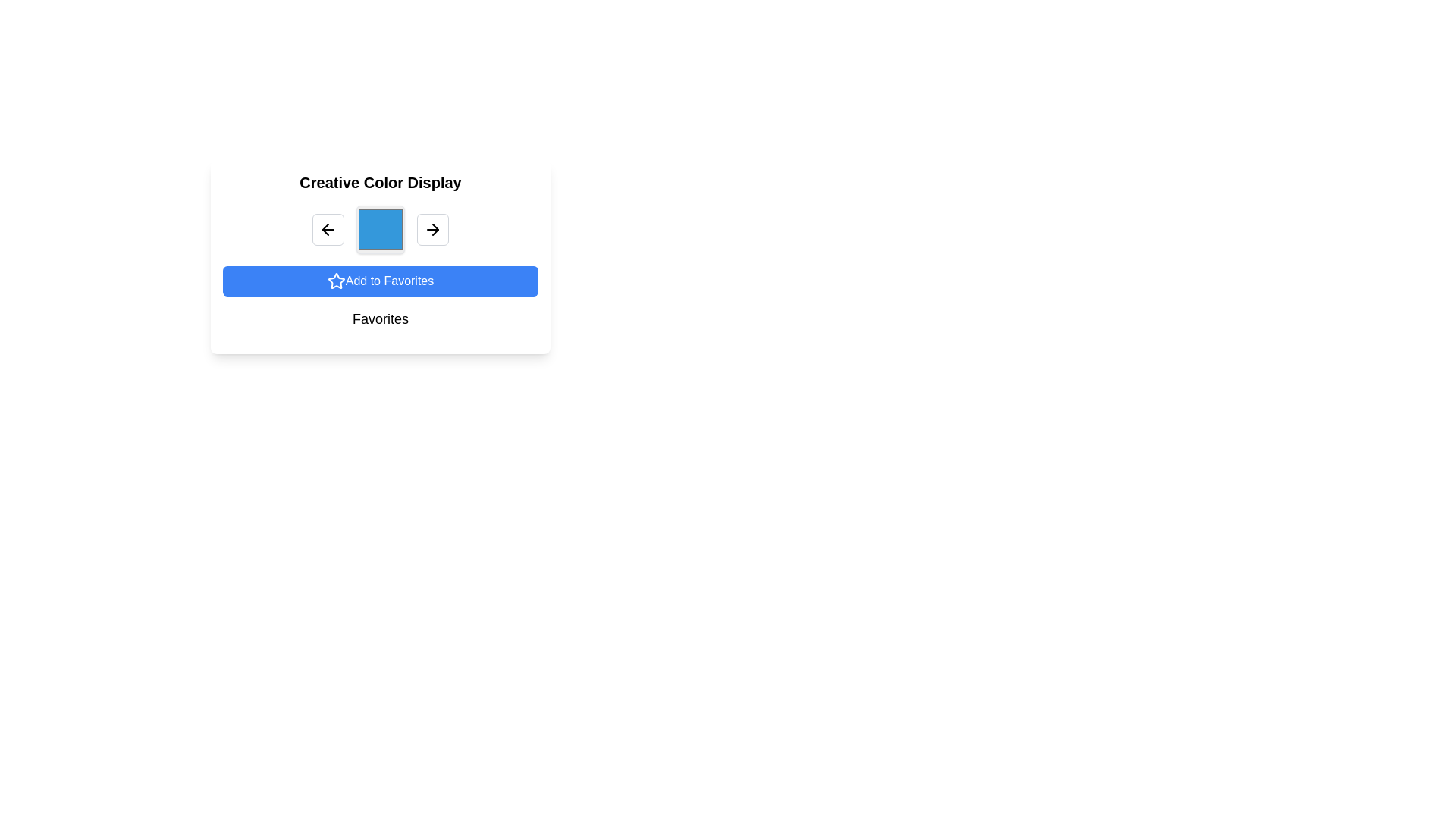  Describe the element at coordinates (335, 281) in the screenshot. I see `the star icon located to the left of the 'Add to Favorites' label on the blue button` at that location.